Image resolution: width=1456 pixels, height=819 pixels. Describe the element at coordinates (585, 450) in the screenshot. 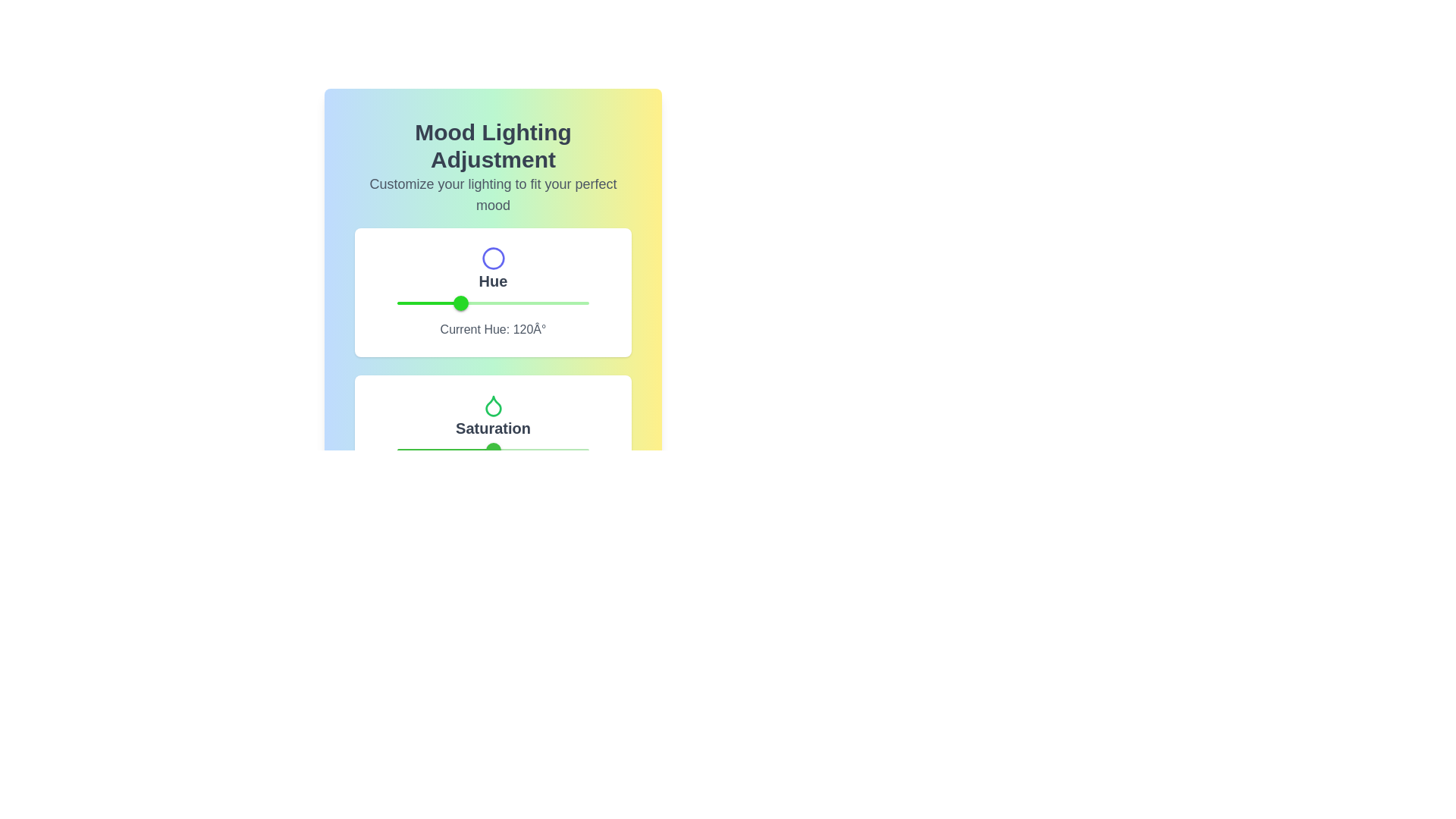

I see `the slider` at that location.